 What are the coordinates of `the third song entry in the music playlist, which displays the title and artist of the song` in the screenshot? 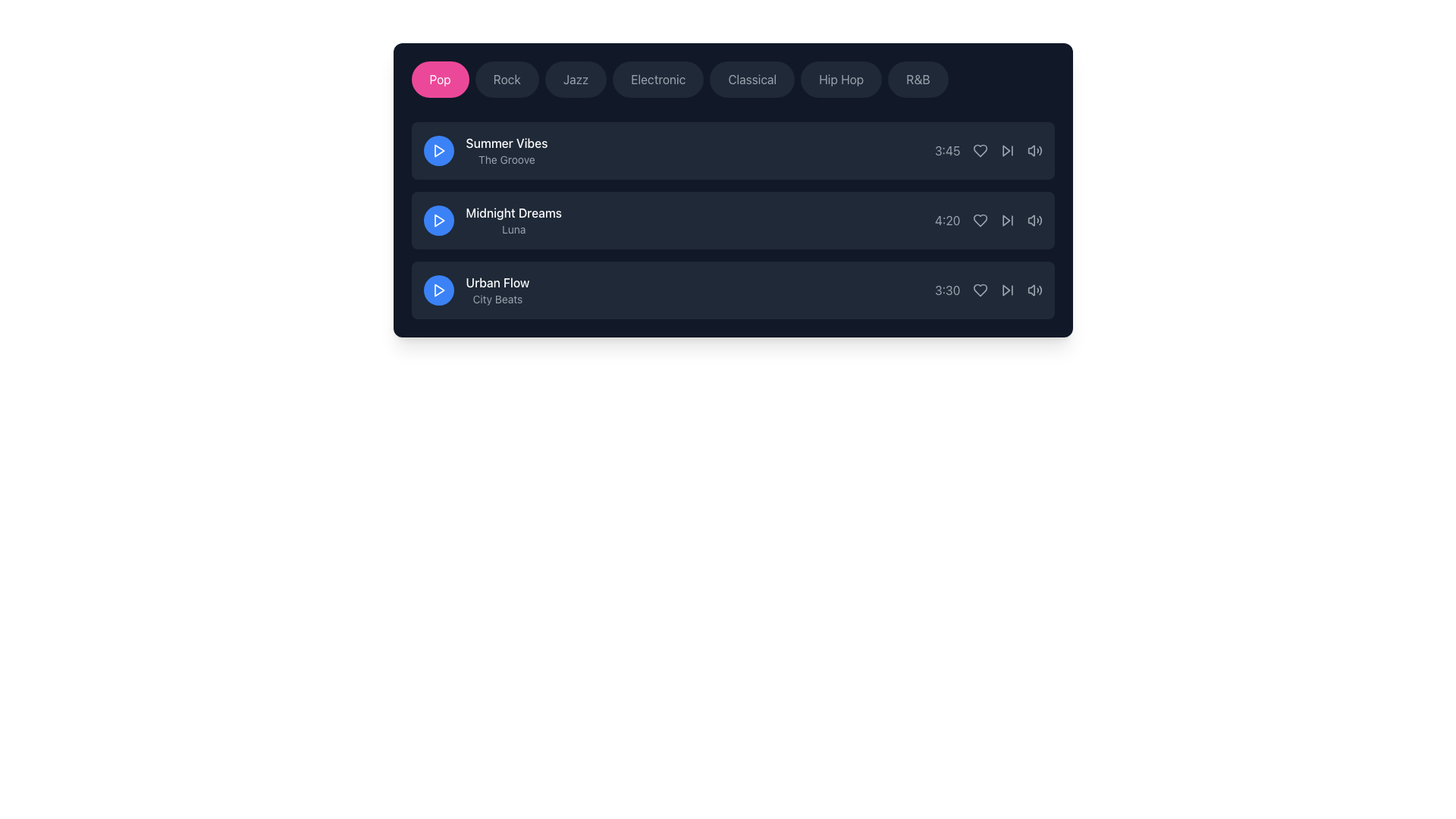 It's located at (475, 290).